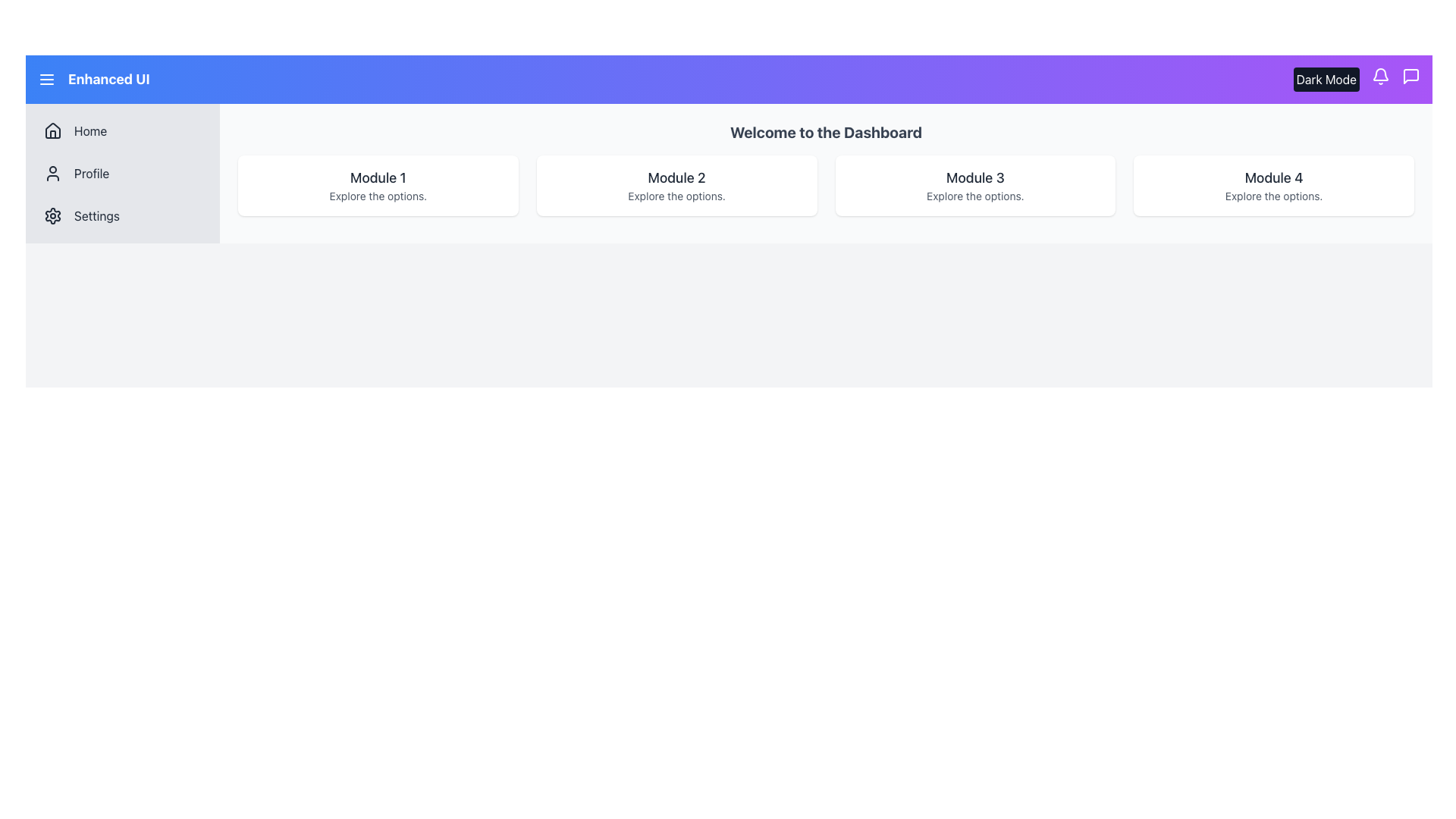  I want to click on the 'Enhanced UI' text label in the top navigation bar, which is styled with a bold and large font and has a gradient background transitioning from blue to purple, so click(93, 79).